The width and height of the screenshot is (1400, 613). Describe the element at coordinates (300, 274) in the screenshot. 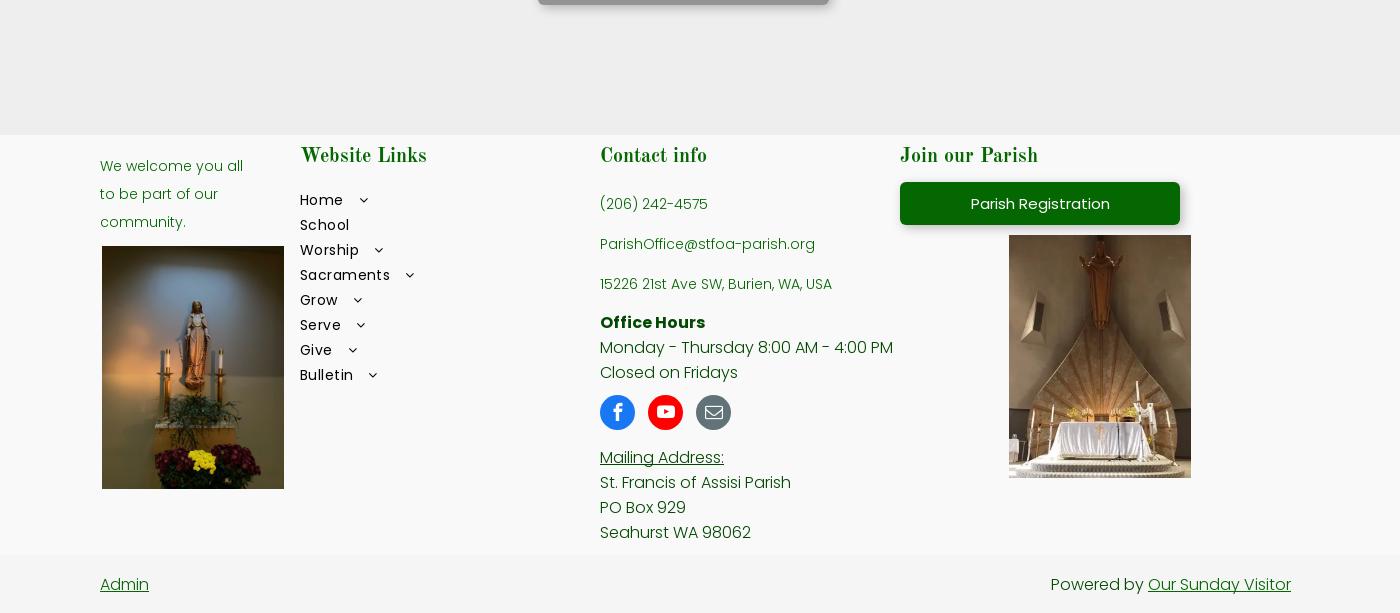

I see `'Sacraments'` at that location.